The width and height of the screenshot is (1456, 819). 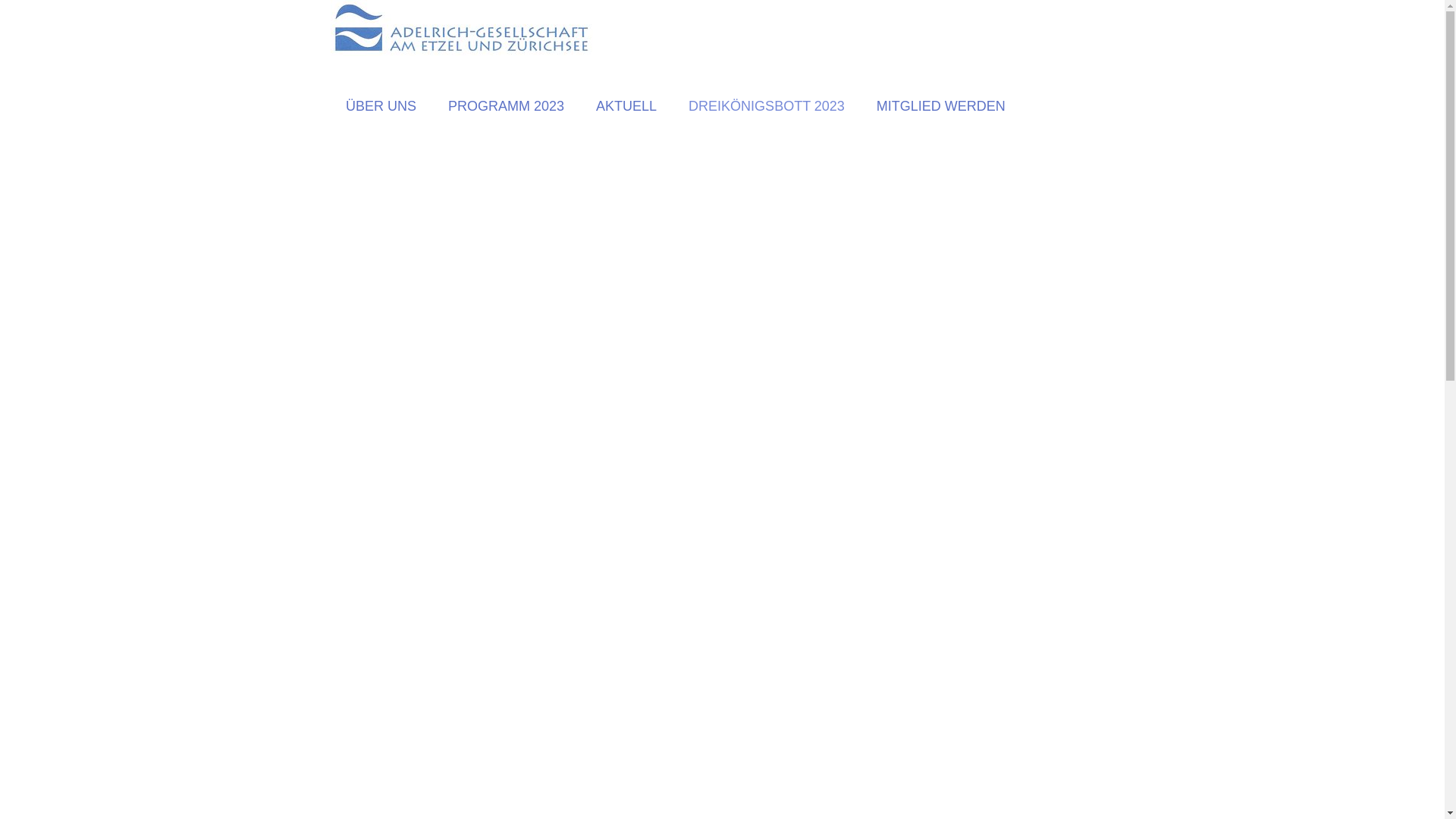 I want to click on 'AKTUELL', so click(x=580, y=107).